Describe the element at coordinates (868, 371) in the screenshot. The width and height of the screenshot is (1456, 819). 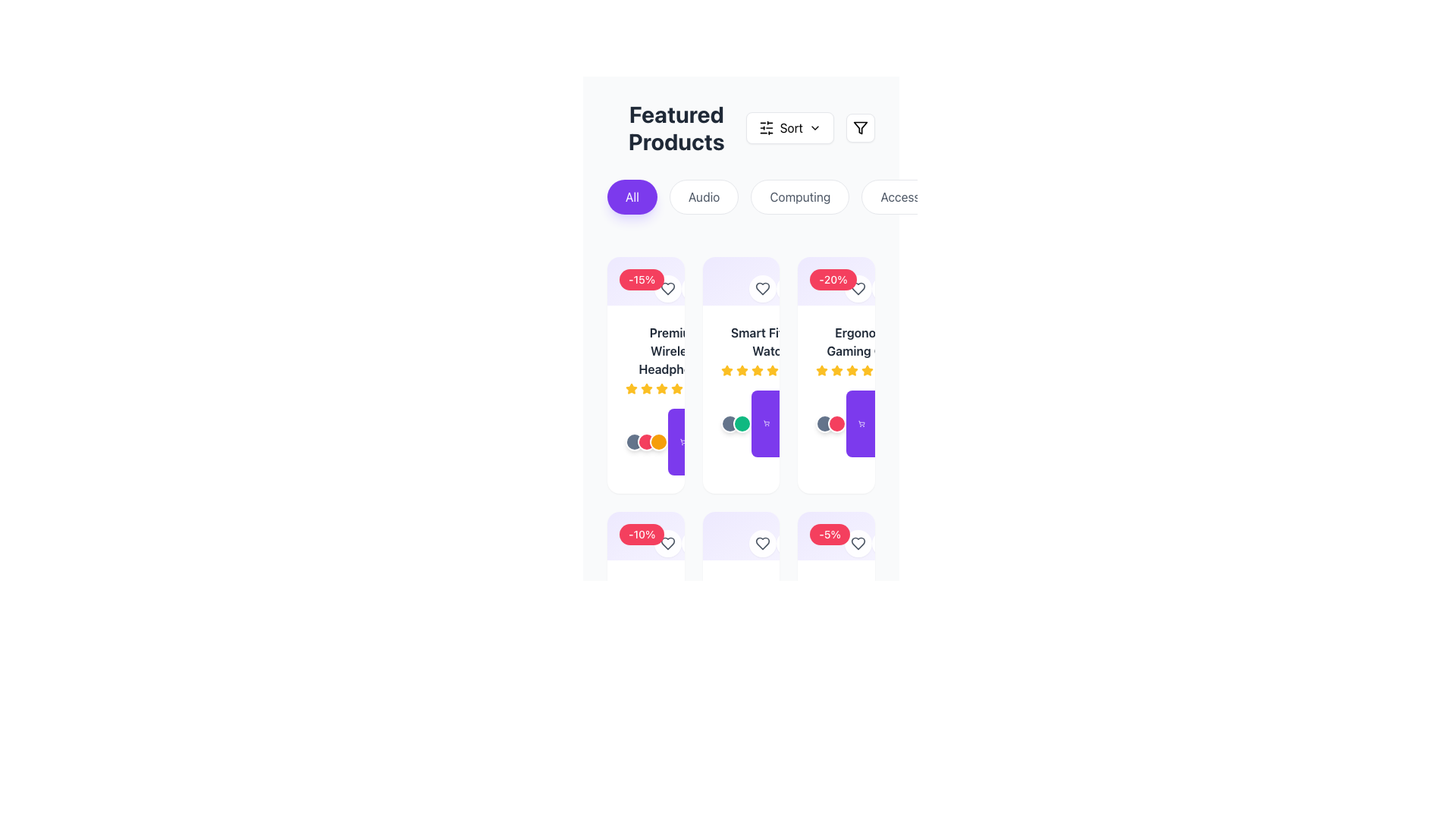
I see `the fifth yellow star icon in the rating component` at that location.